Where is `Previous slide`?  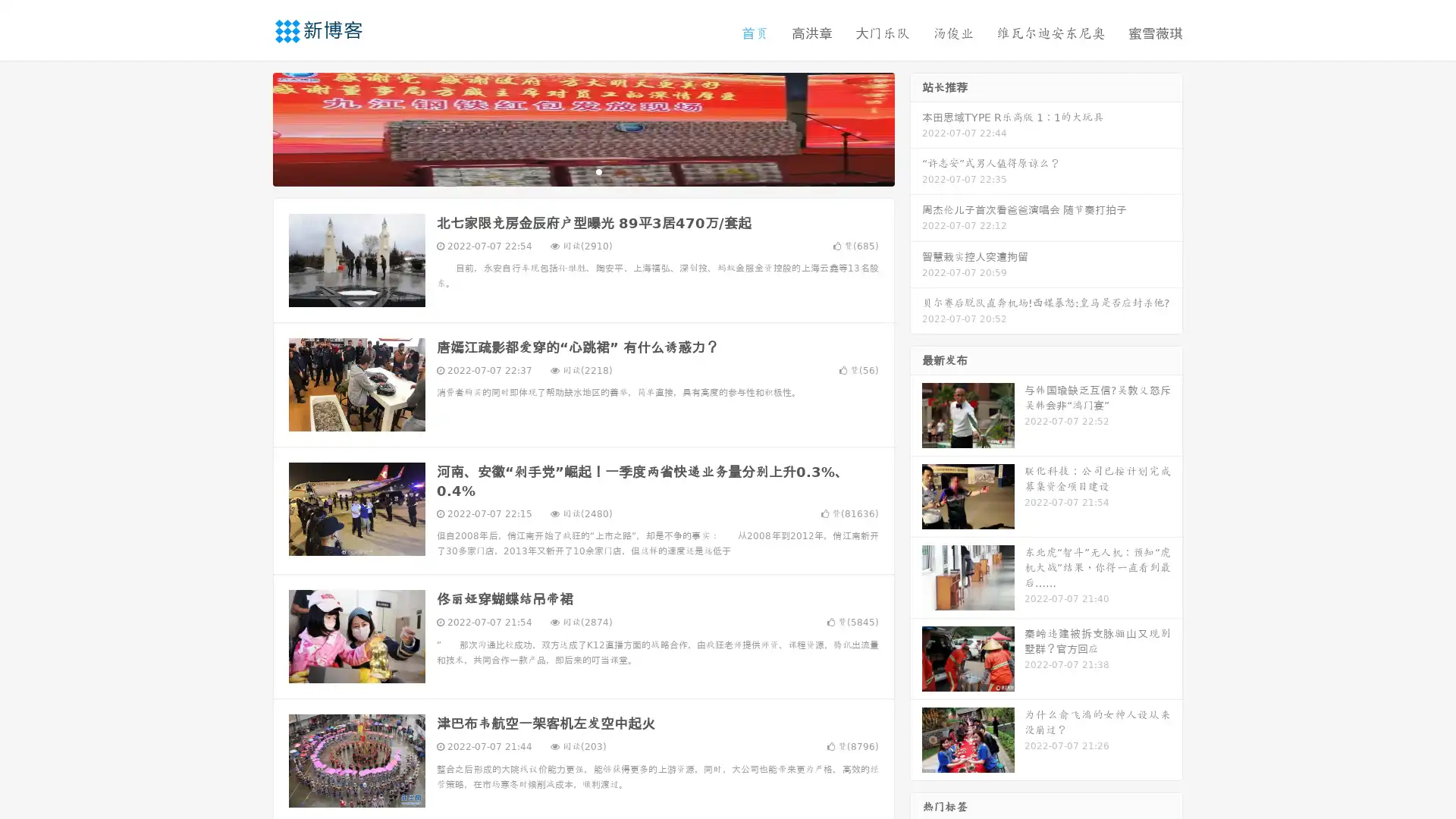
Previous slide is located at coordinates (250, 127).